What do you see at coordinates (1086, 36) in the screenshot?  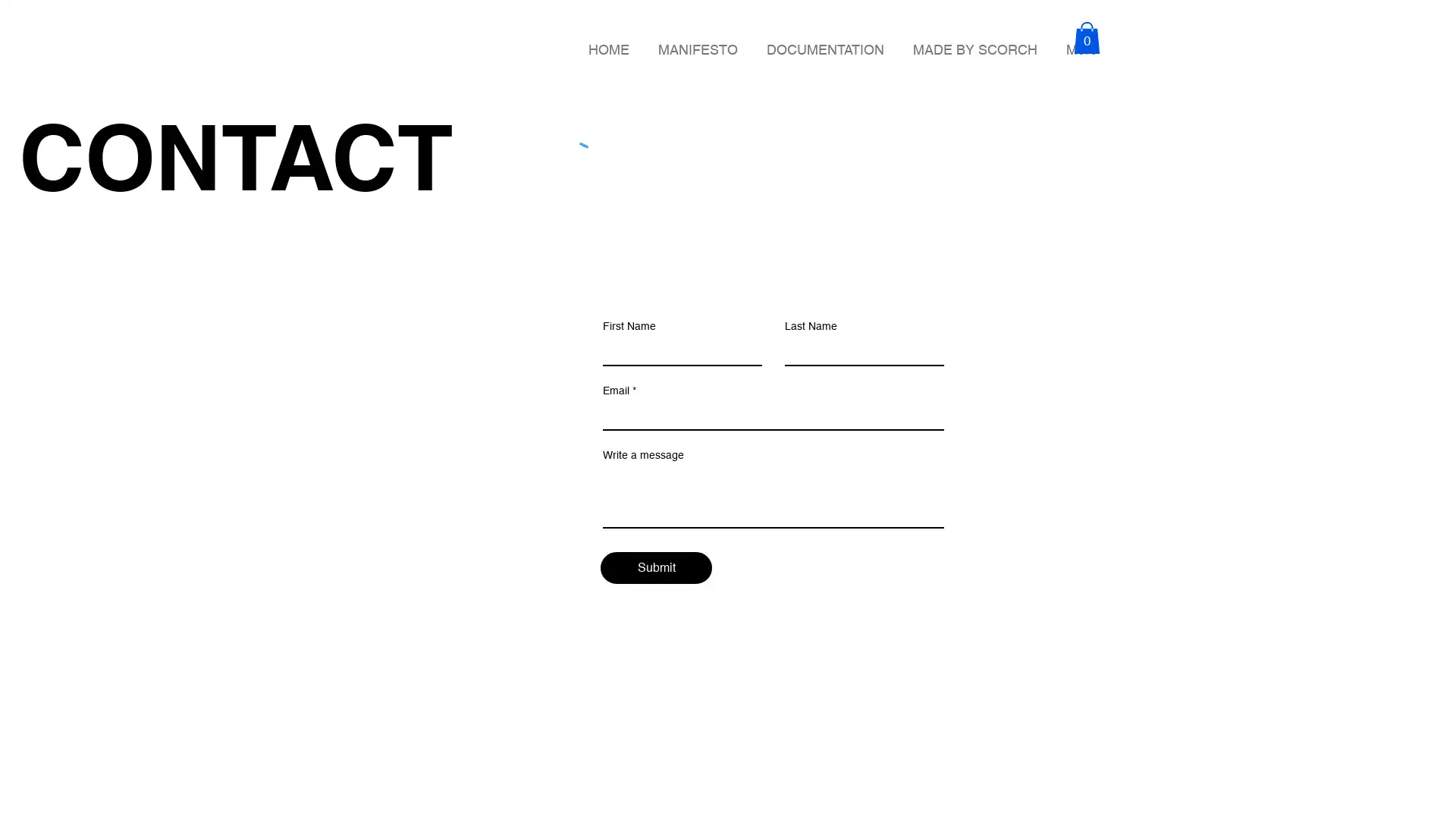 I see `Cart with 0 items` at bounding box center [1086, 36].